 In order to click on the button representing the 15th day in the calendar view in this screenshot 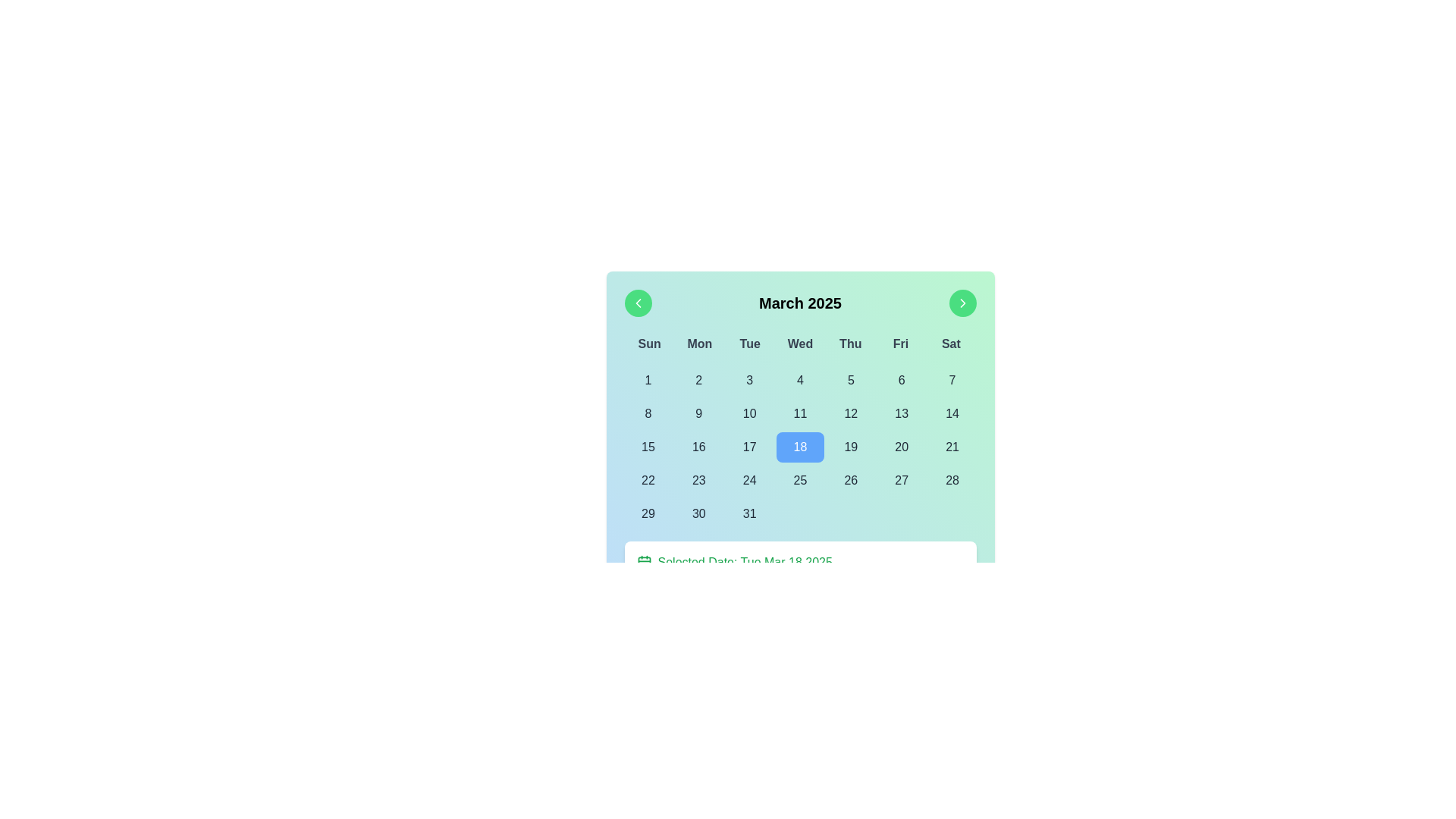, I will do `click(648, 447)`.